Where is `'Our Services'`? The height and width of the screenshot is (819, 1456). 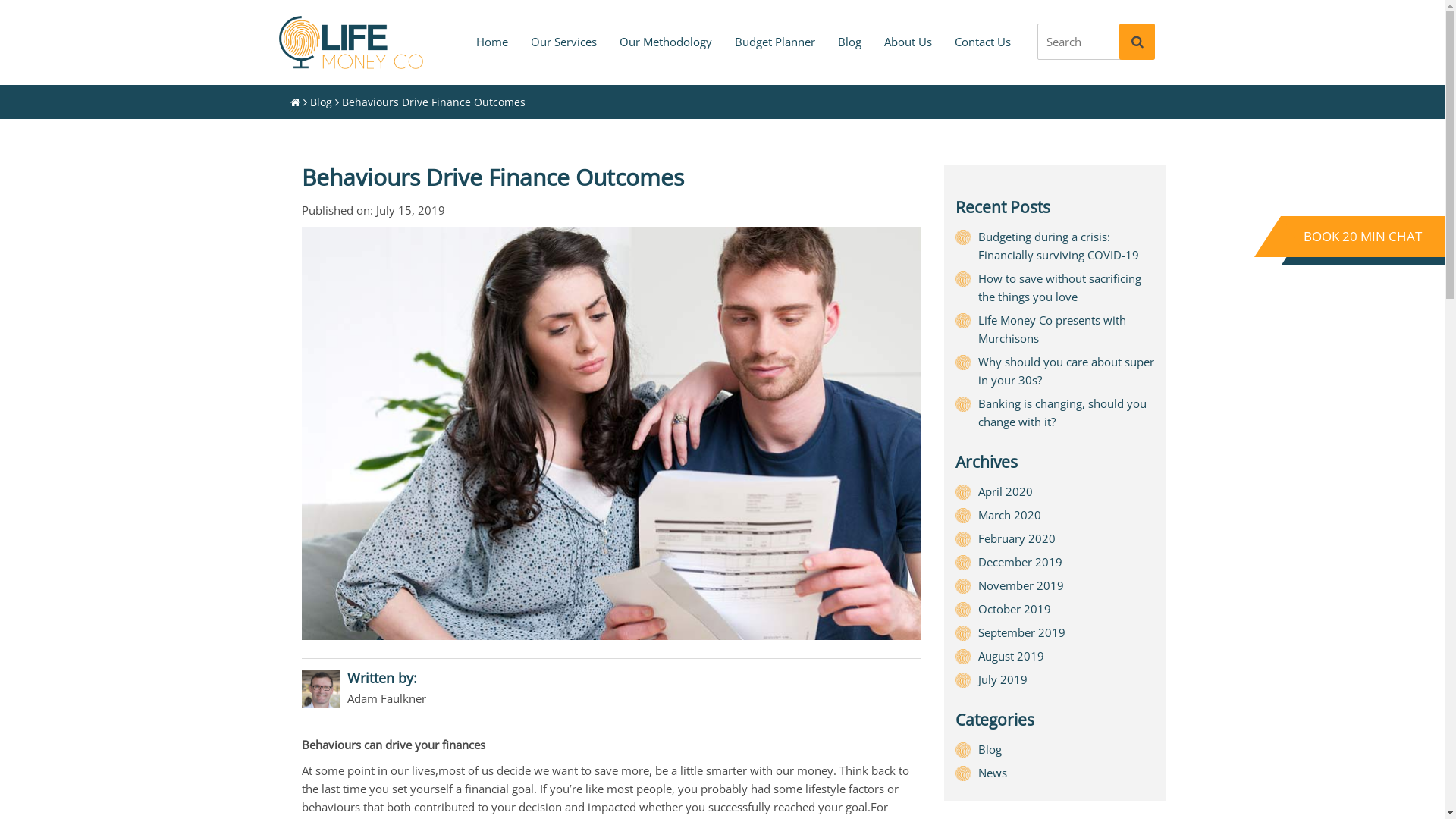 'Our Services' is located at coordinates (562, 40).